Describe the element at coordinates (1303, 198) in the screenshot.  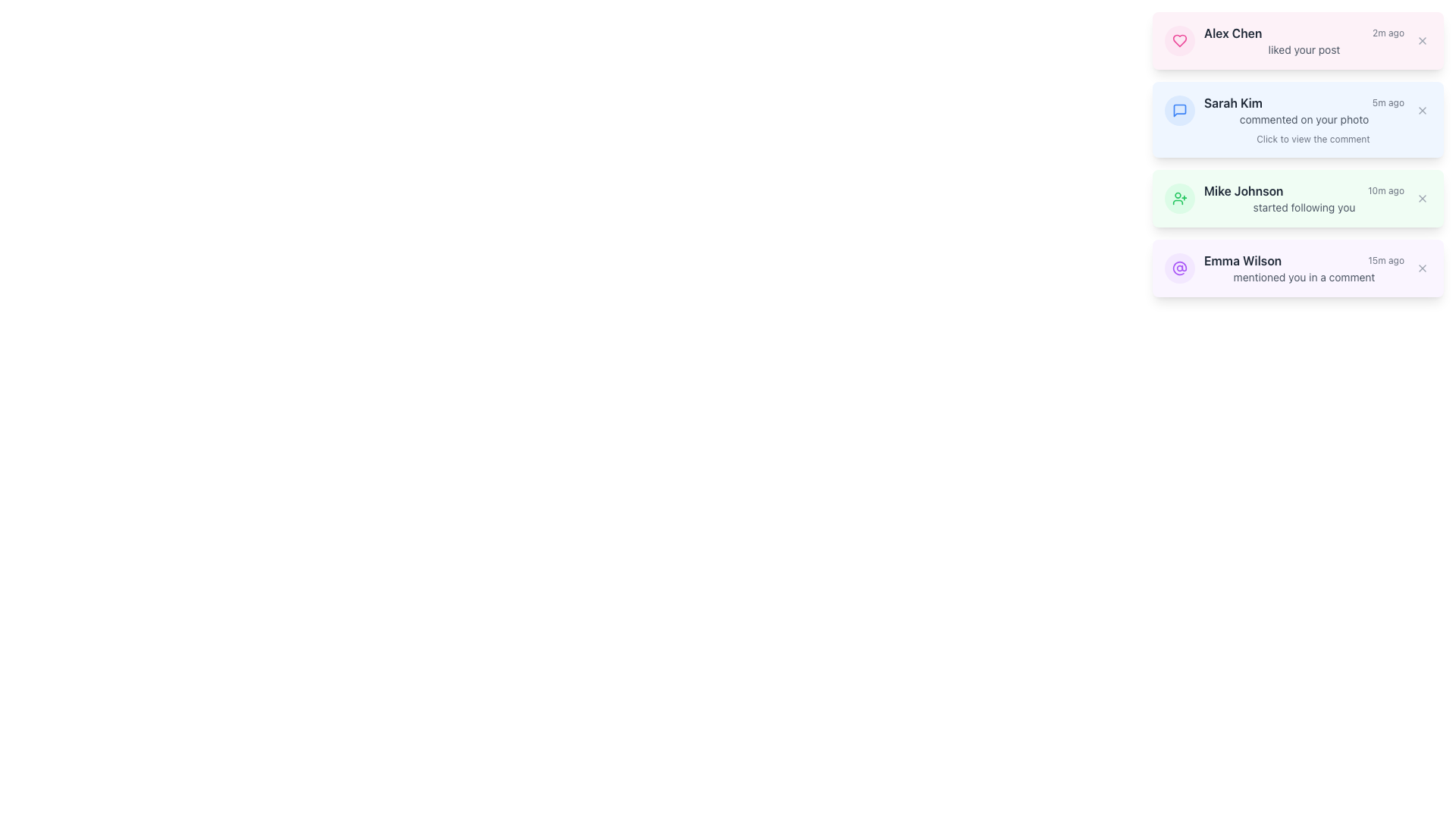
I see `the notification item indicating that Mike Johnson started following you, which is the third entry in the notification list` at that location.